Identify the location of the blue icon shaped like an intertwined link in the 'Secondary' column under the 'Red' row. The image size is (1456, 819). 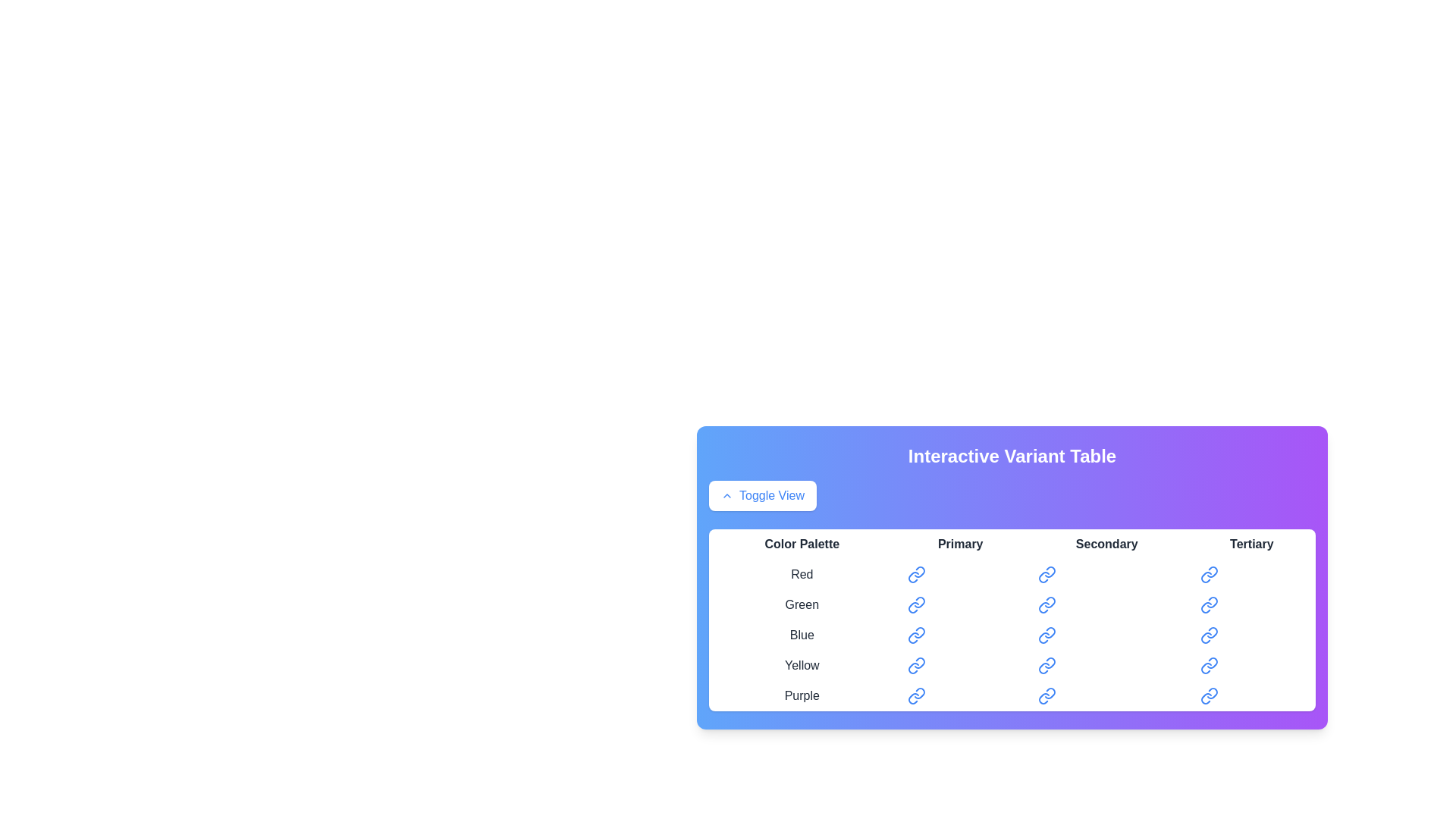
(1049, 572).